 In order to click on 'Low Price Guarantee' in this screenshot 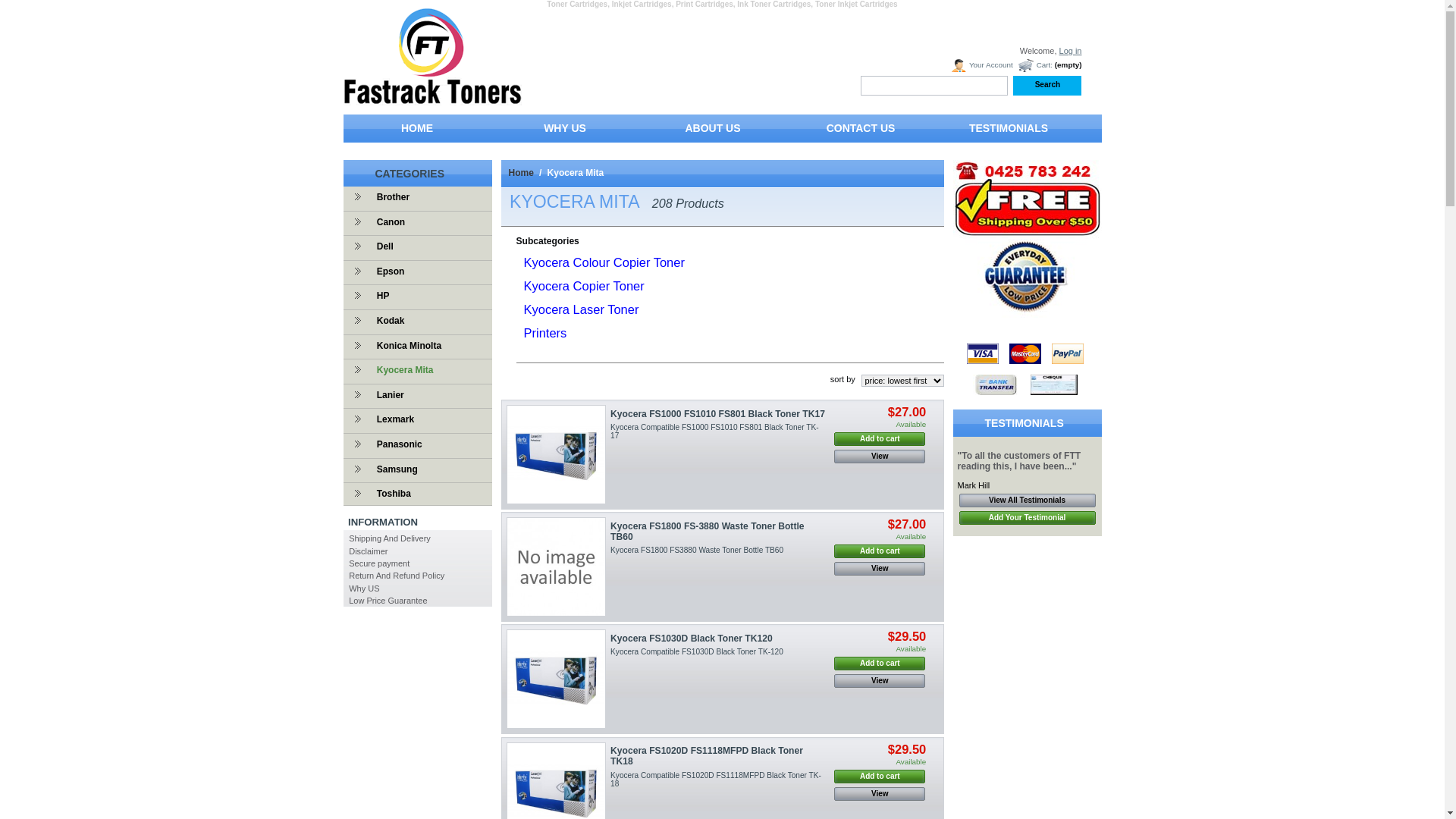, I will do `click(388, 599)`.